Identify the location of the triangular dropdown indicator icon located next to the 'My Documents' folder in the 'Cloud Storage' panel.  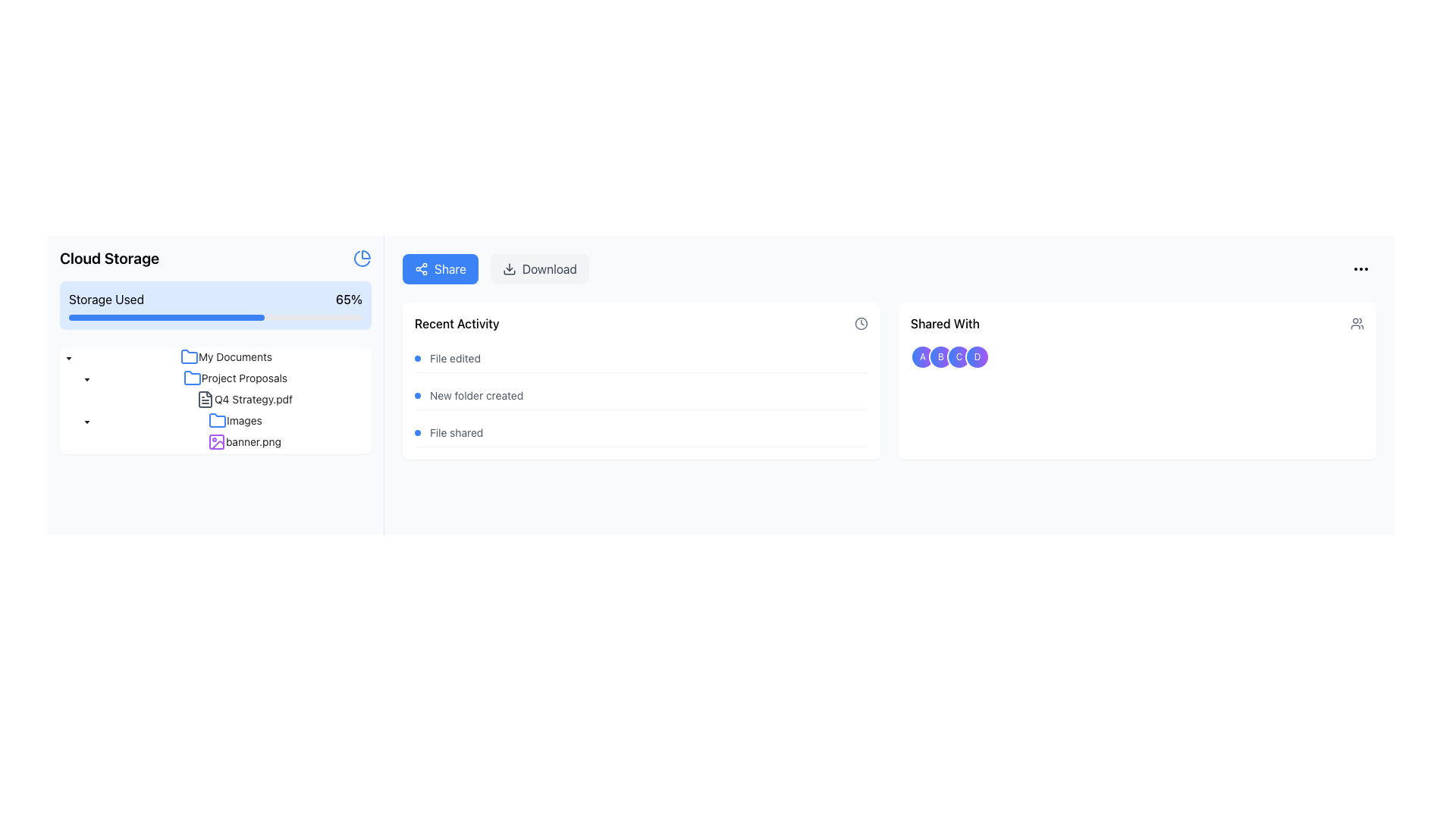
(86, 379).